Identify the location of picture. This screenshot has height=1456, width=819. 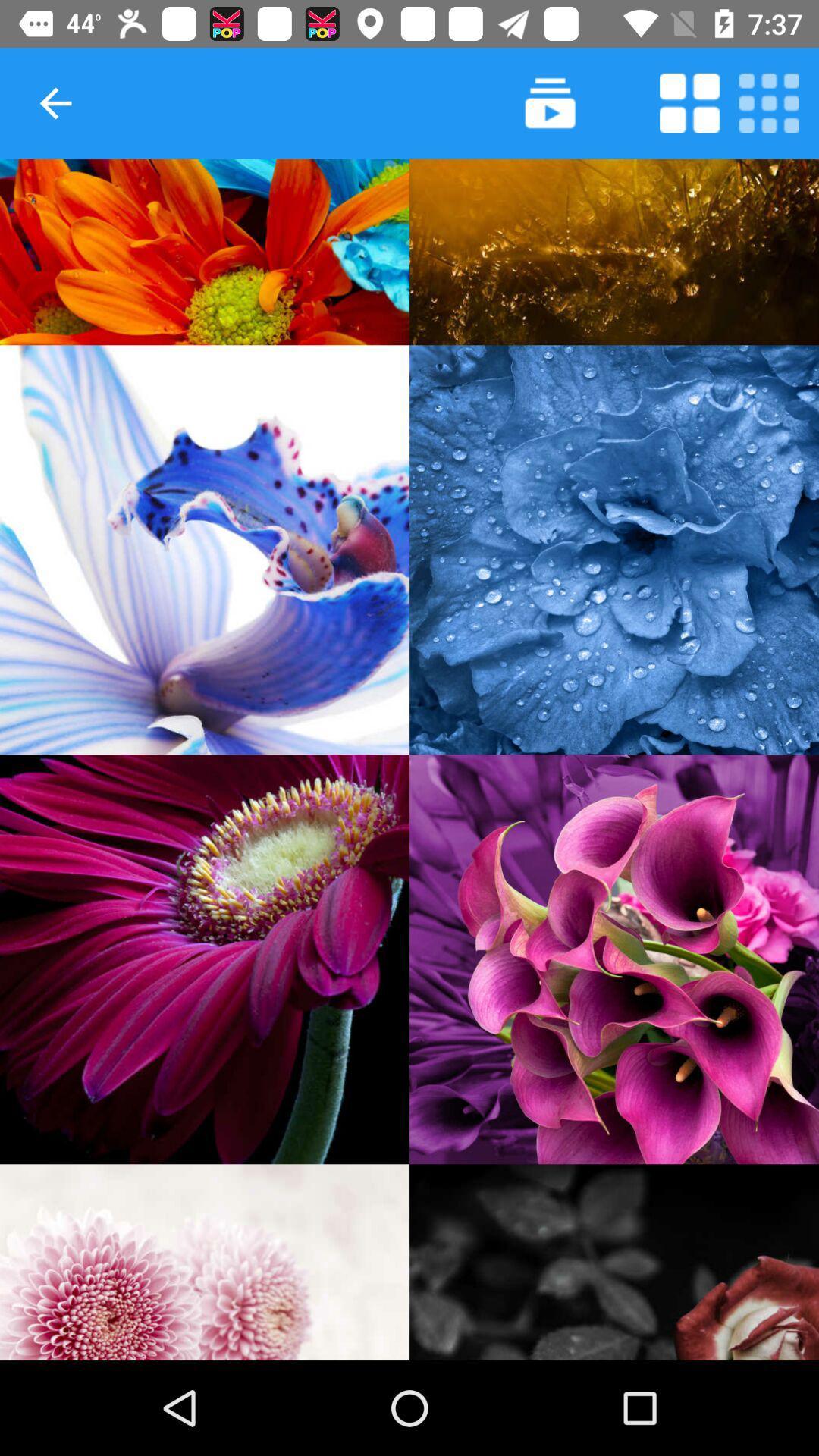
(614, 549).